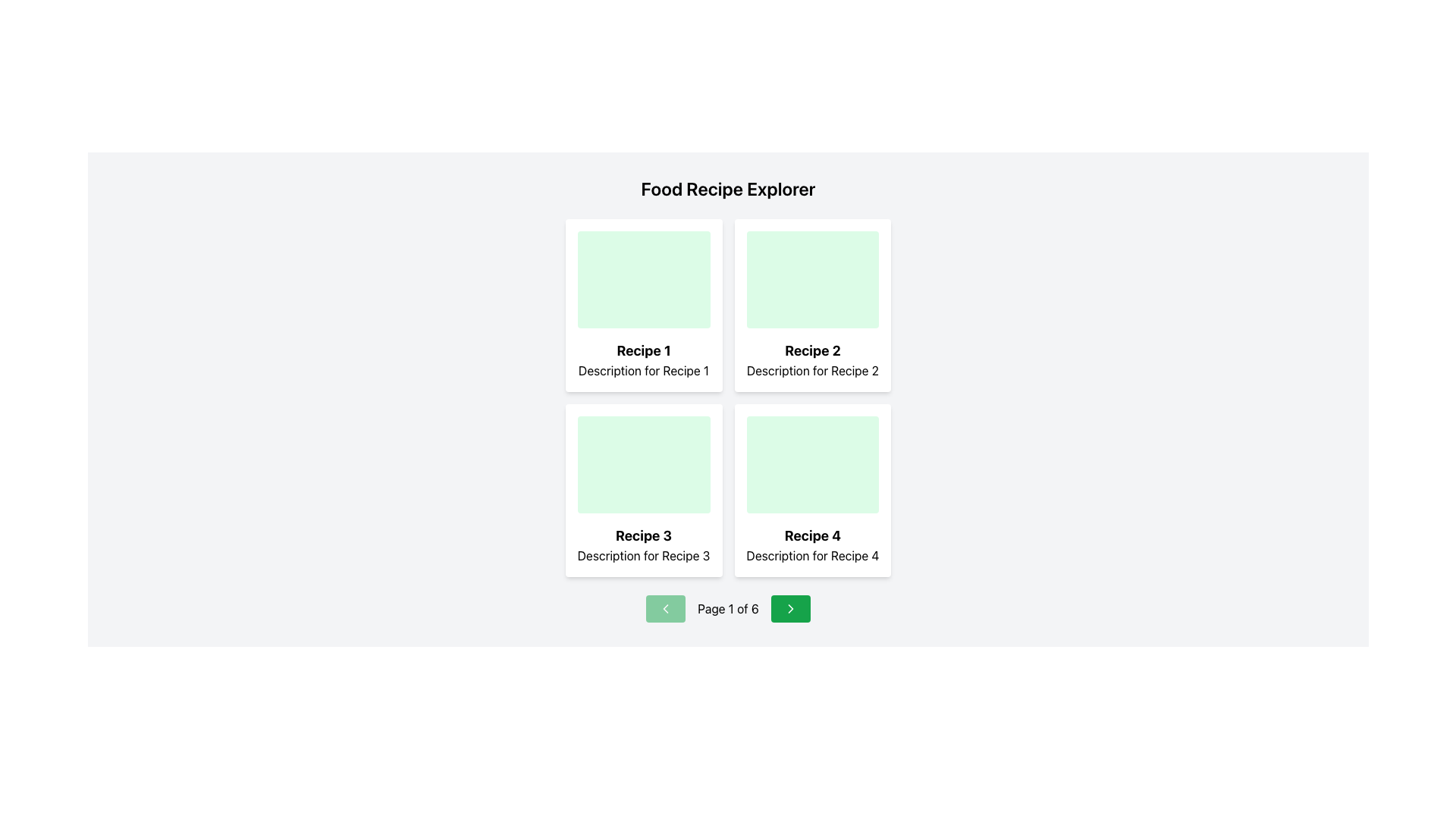 The image size is (1456, 819). What do you see at coordinates (728, 188) in the screenshot?
I see `the text label reading 'Food Recipe Explorer' which is prominently displayed in bold font near the top of the interface` at bounding box center [728, 188].